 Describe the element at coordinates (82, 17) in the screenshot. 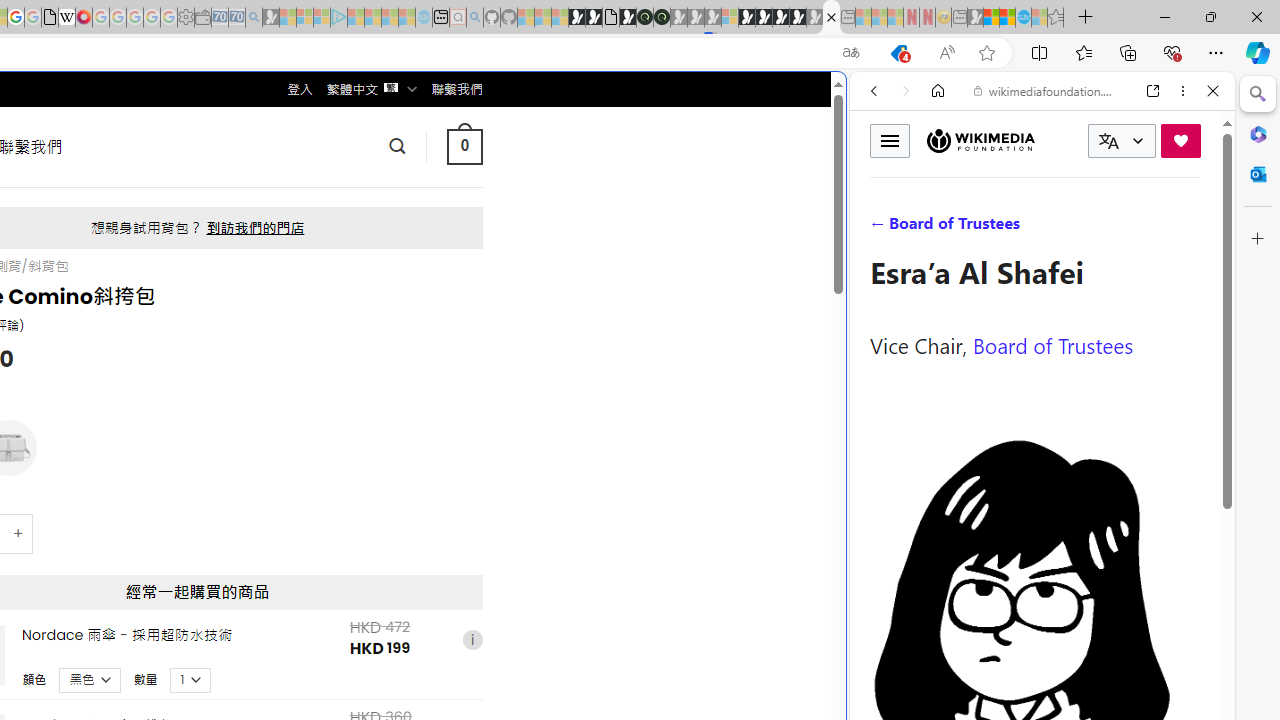

I see `'MediaWiki'` at that location.